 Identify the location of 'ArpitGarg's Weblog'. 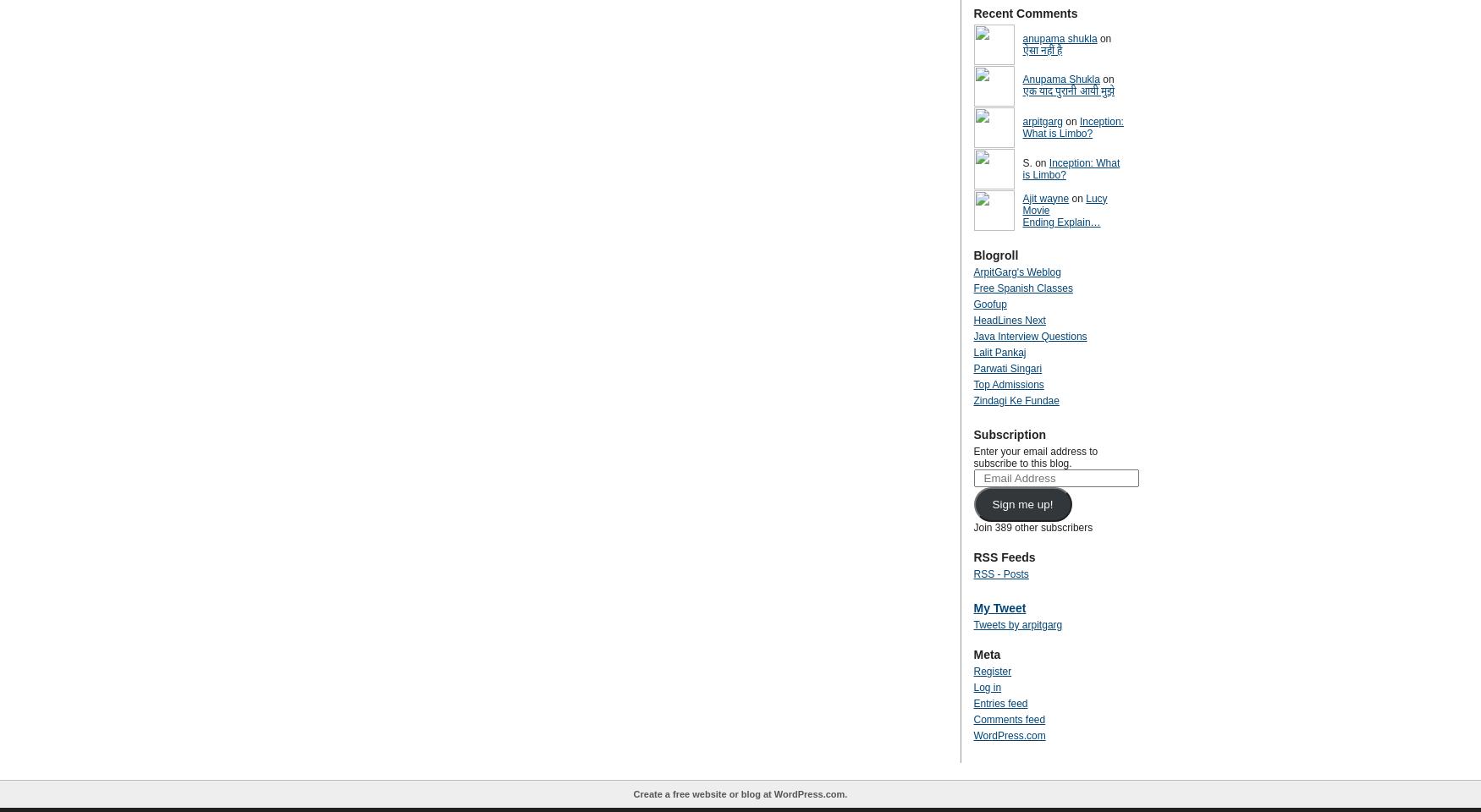
(1016, 272).